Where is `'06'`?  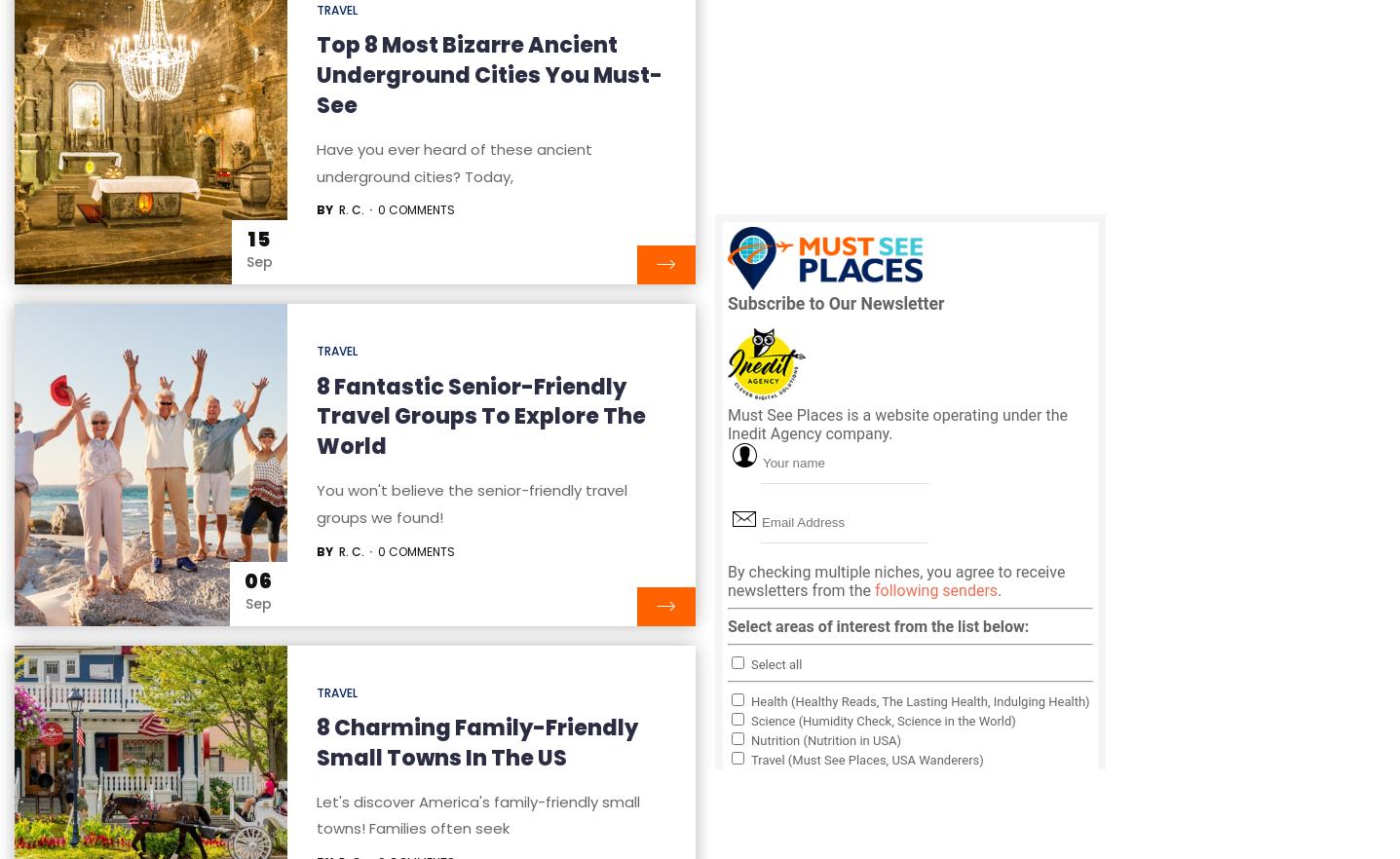
'06' is located at coordinates (257, 579).